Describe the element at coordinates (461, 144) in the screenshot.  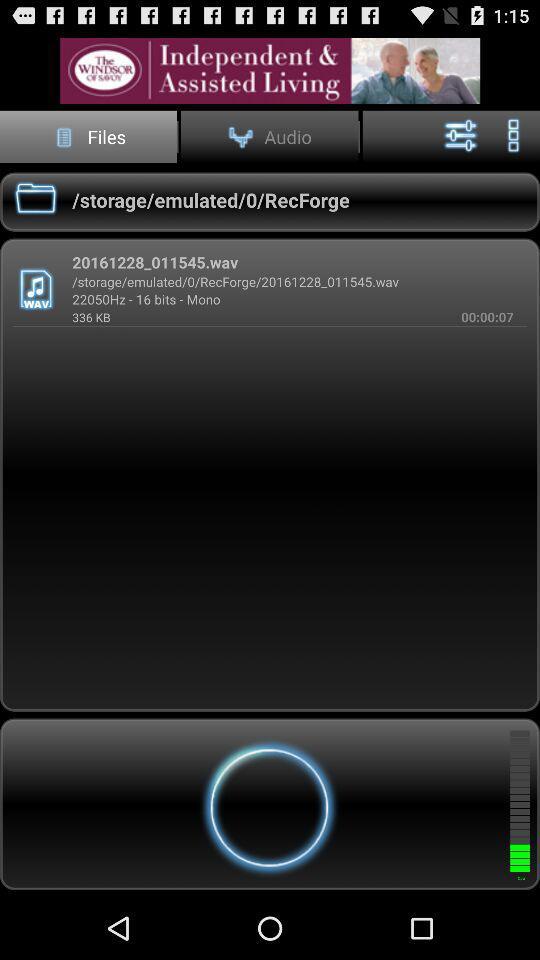
I see `the sliders icon` at that location.